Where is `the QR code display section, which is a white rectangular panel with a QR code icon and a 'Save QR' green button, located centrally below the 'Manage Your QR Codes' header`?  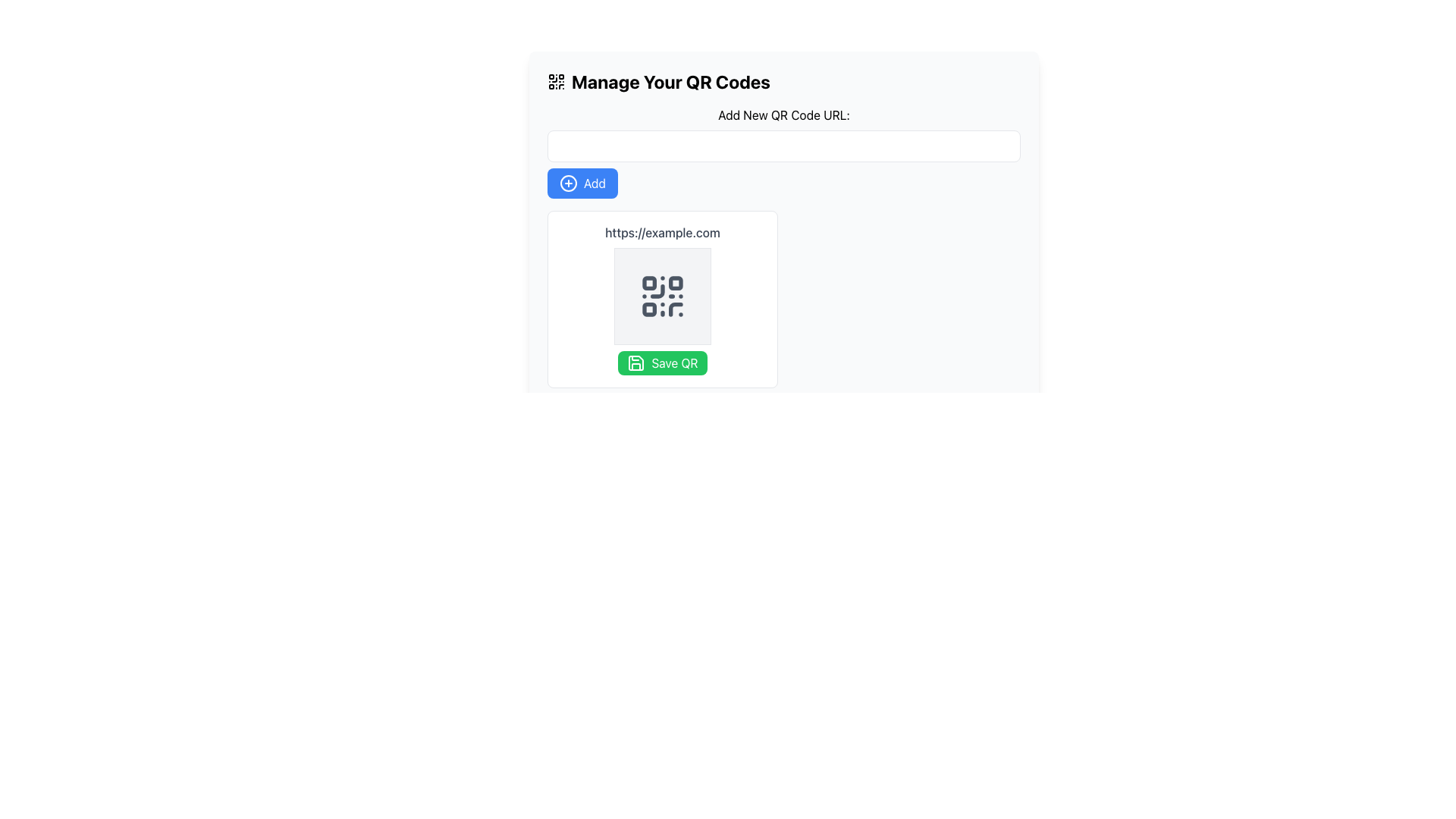 the QR code display section, which is a white rectangular panel with a QR code icon and a 'Save QR' green button, located centrally below the 'Manage Your QR Codes' header is located at coordinates (662, 299).